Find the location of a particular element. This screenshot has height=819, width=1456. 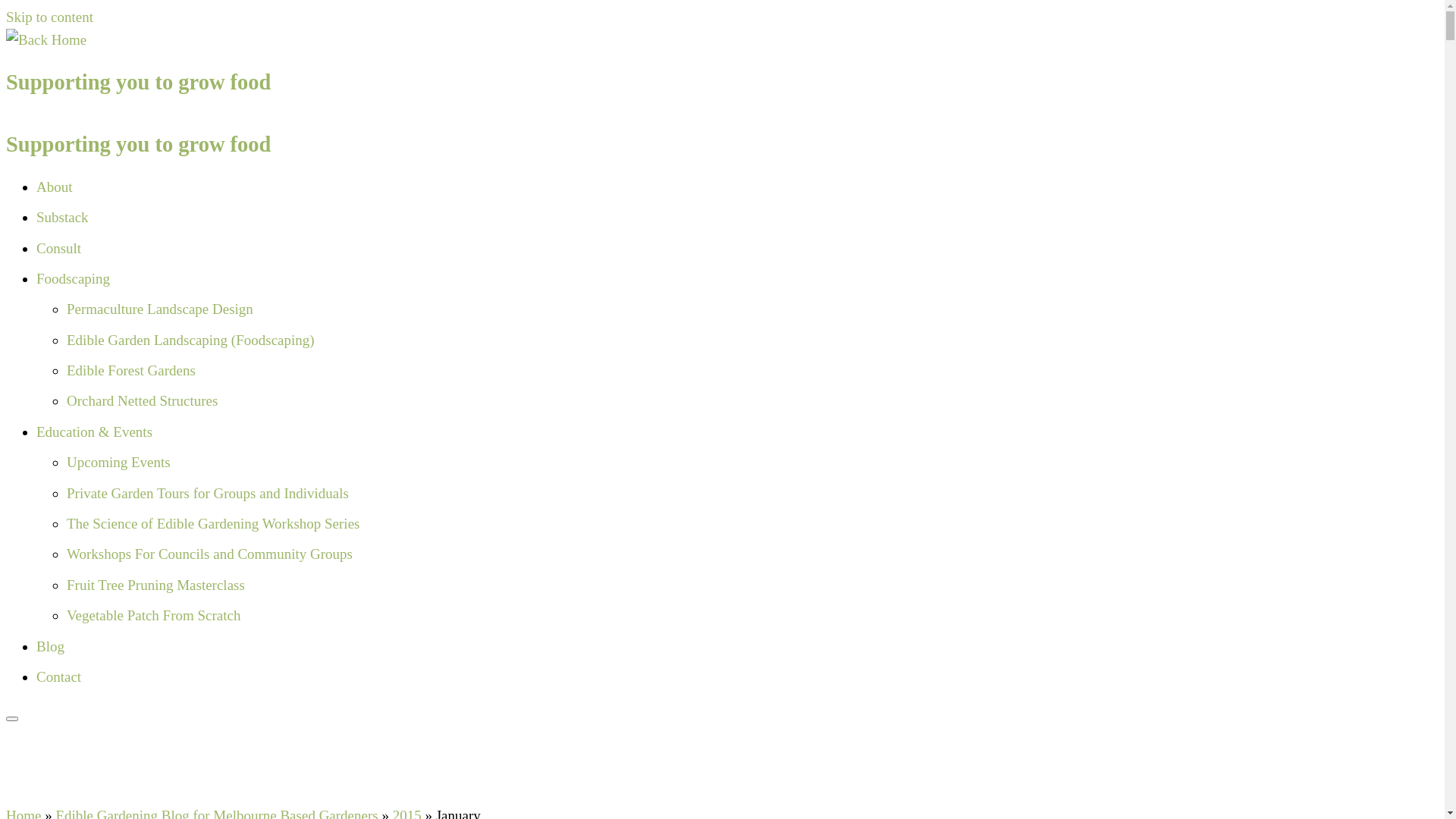

'About' is located at coordinates (36, 186).